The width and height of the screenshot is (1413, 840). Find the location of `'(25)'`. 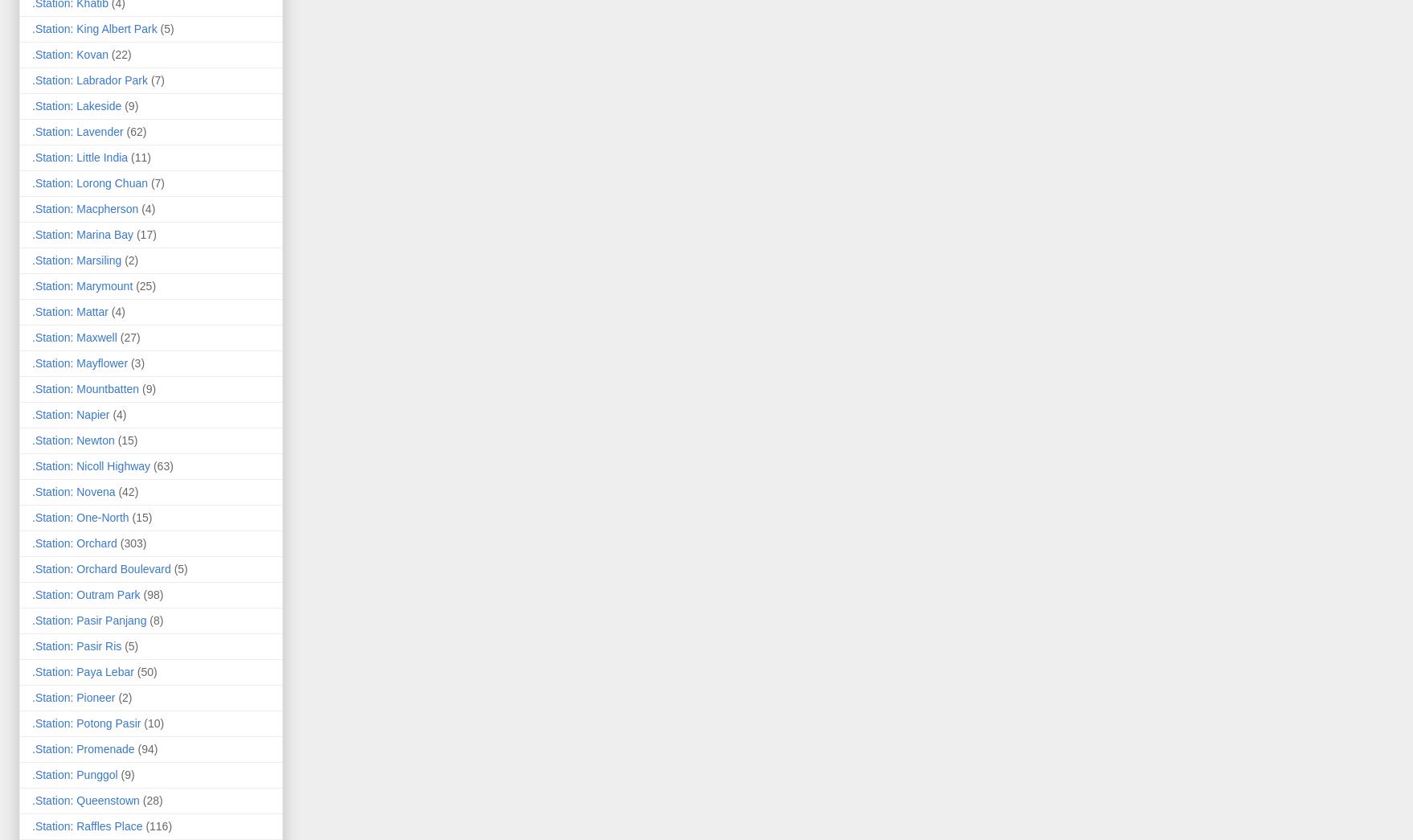

'(25)' is located at coordinates (134, 284).